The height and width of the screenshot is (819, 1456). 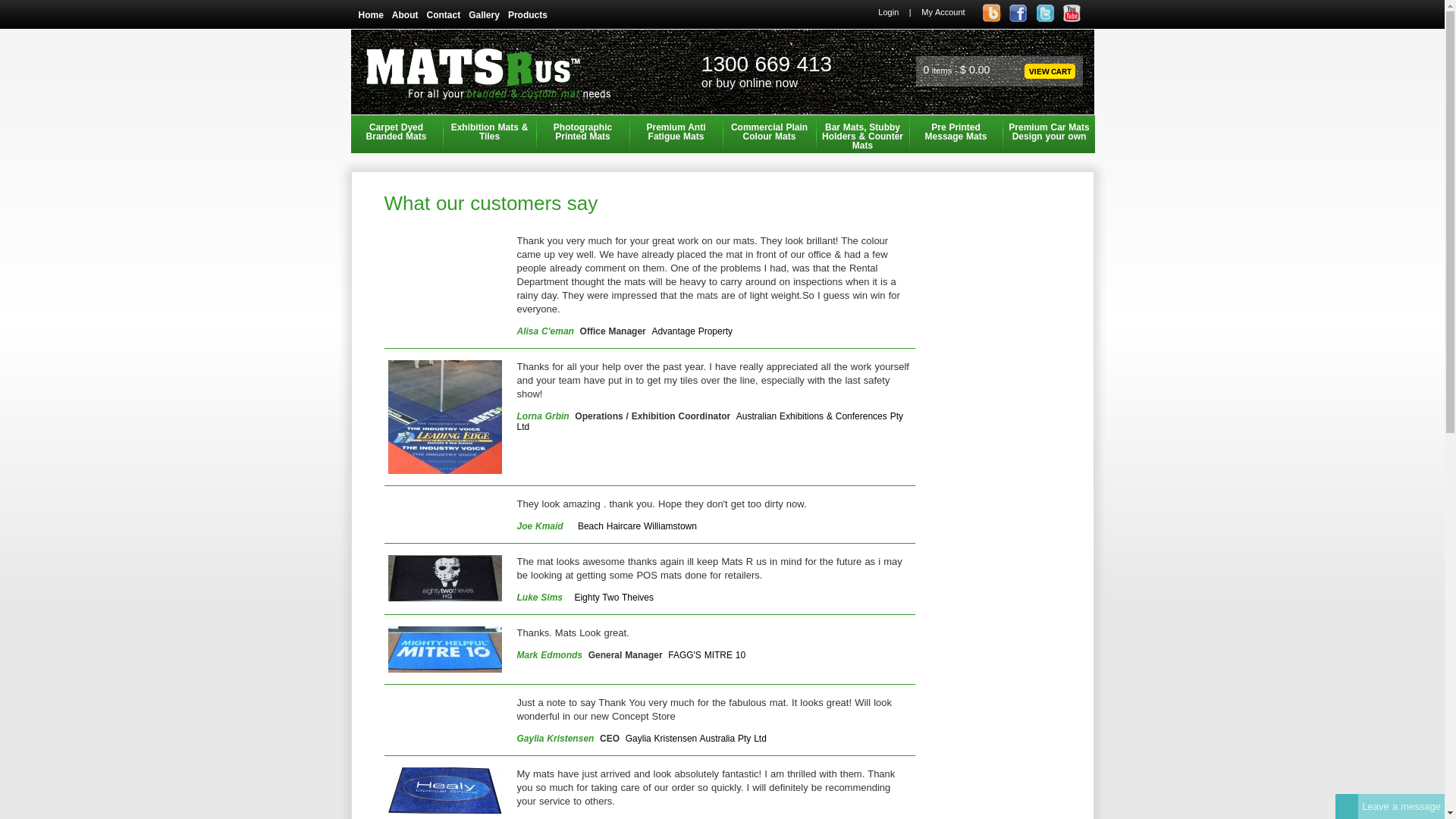 I want to click on 'Exhibition Mats & Tiles', so click(x=490, y=133).